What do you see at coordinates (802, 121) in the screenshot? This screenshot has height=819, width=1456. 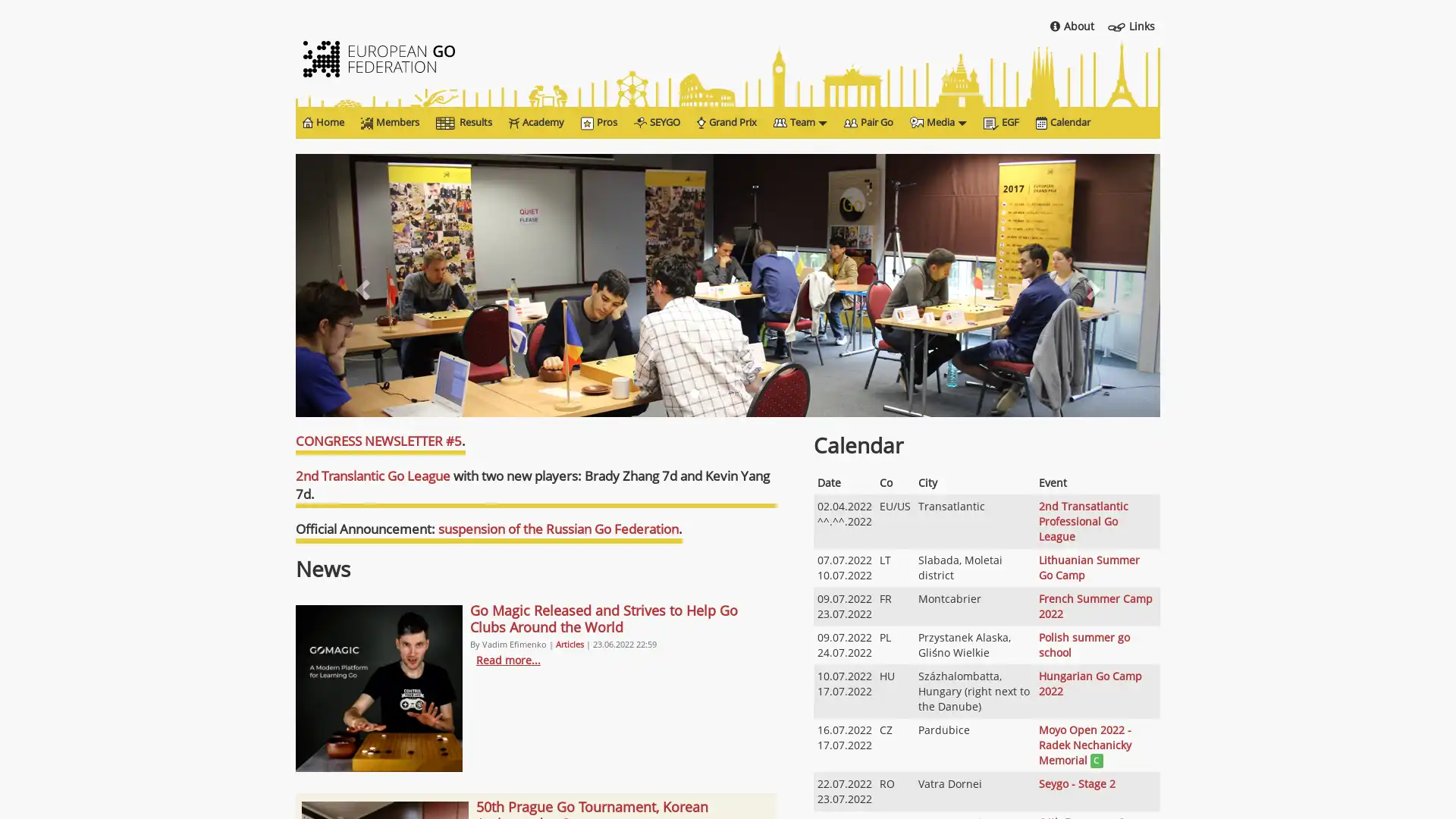 I see `Team` at bounding box center [802, 121].